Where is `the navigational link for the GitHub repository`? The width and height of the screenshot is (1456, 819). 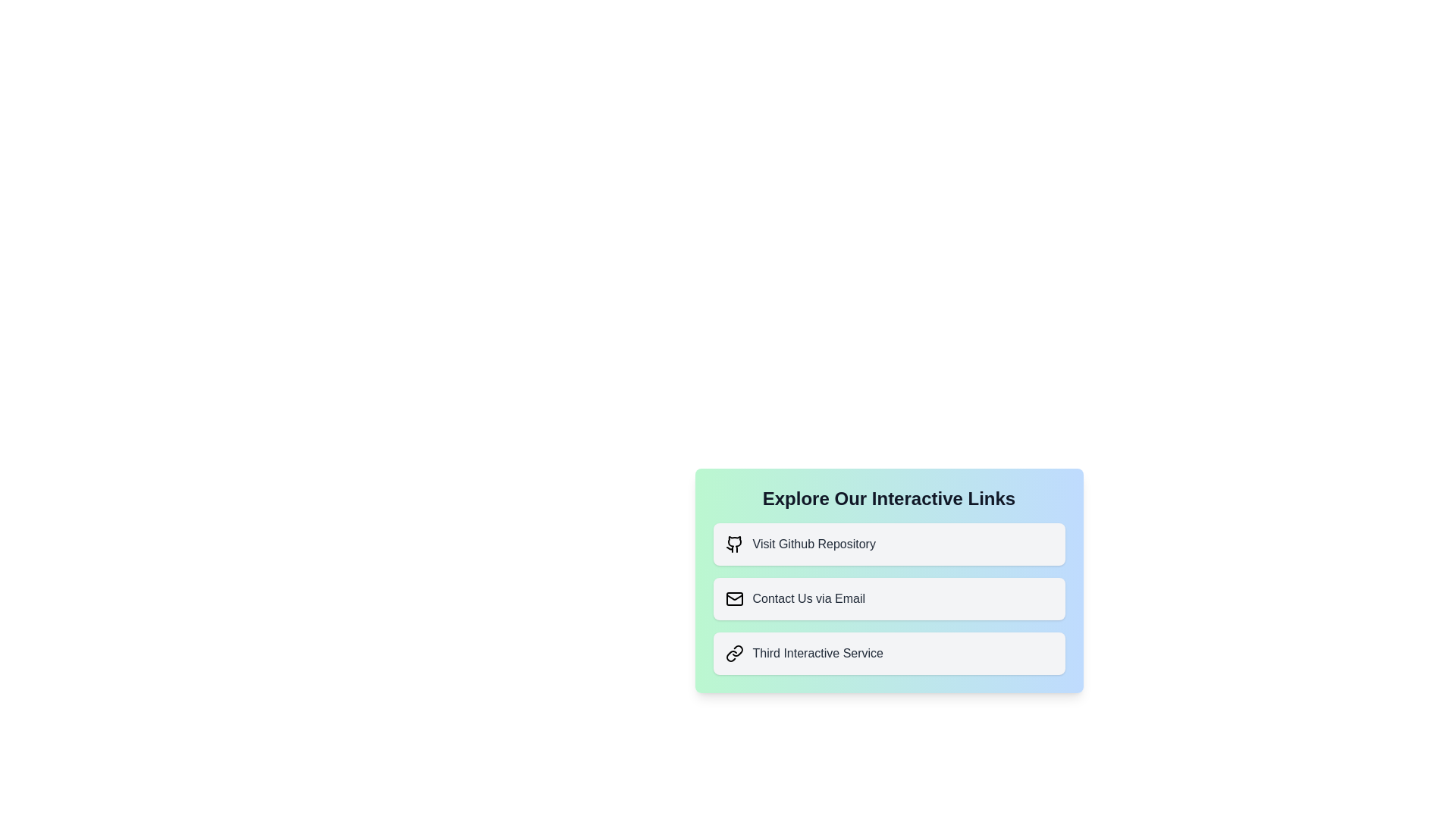
the navigational link for the GitHub repository is located at coordinates (889, 543).